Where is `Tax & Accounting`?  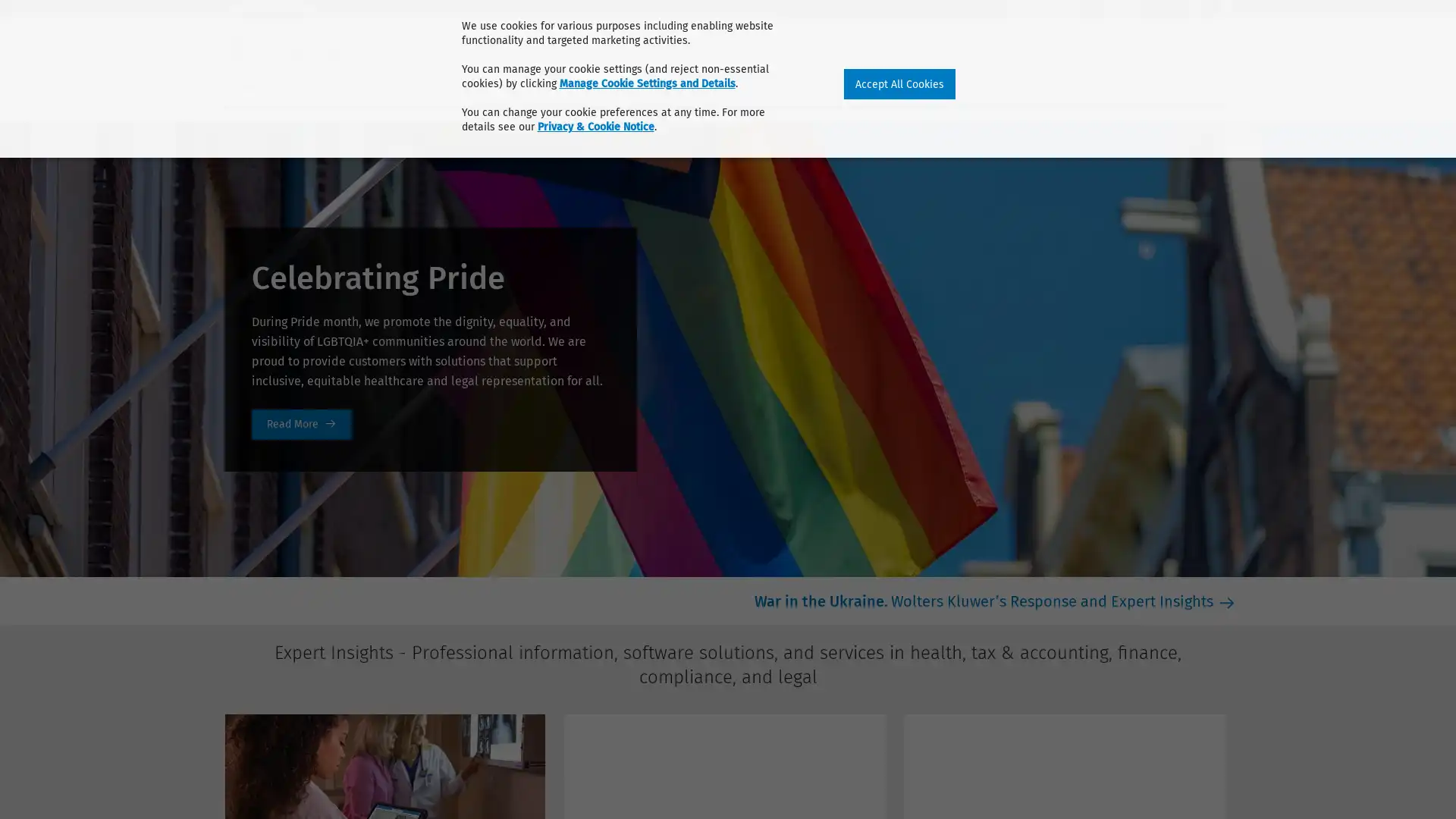 Tax & Accounting is located at coordinates (359, 85).